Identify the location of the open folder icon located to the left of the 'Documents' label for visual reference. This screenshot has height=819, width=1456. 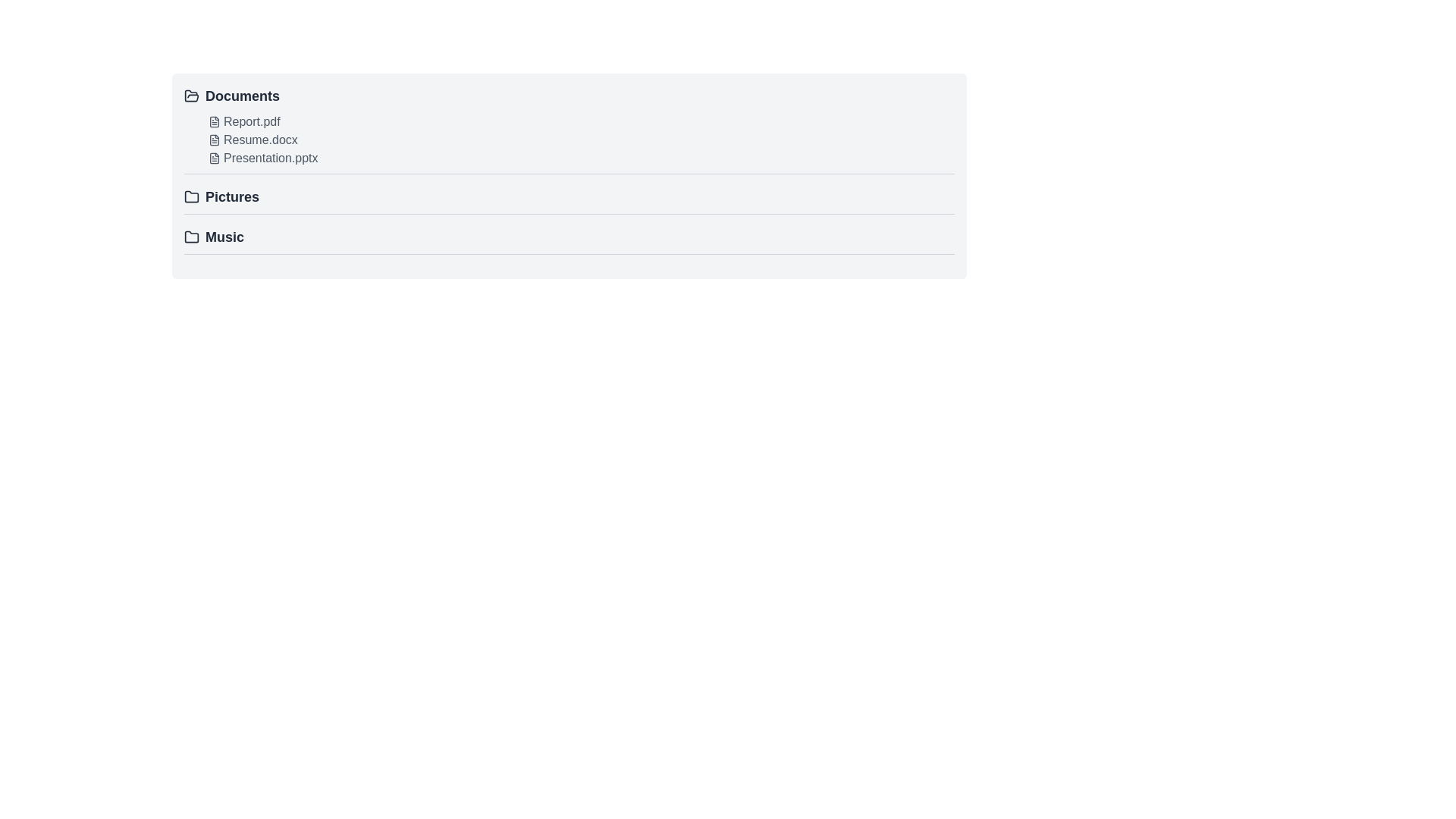
(191, 96).